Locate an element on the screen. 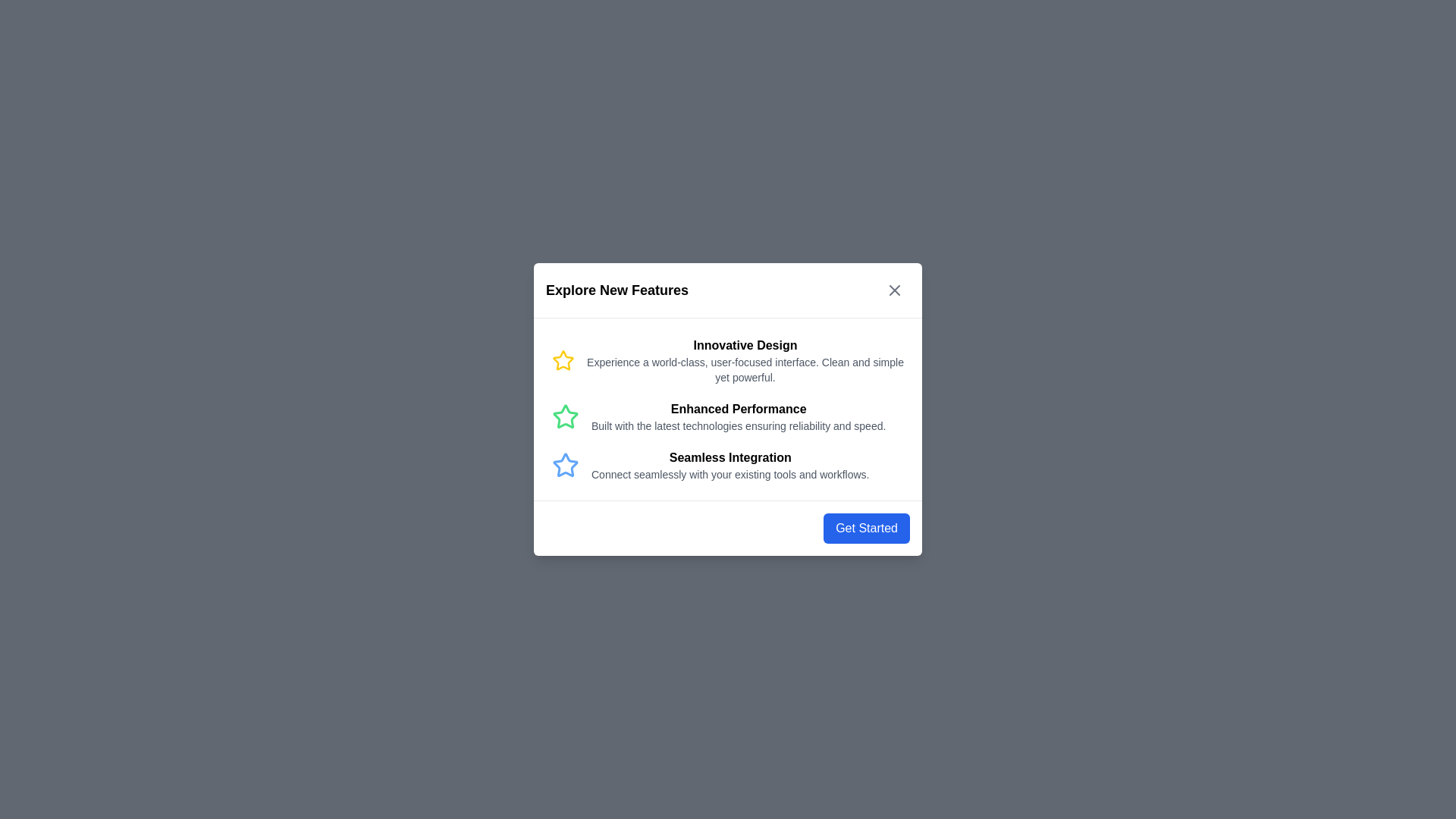 The height and width of the screenshot is (819, 1456). content in the Feature highlight section of the dialog titled 'Explore New Features', which is located at the center of the dialog, above the 'Get Started' button is located at coordinates (728, 409).